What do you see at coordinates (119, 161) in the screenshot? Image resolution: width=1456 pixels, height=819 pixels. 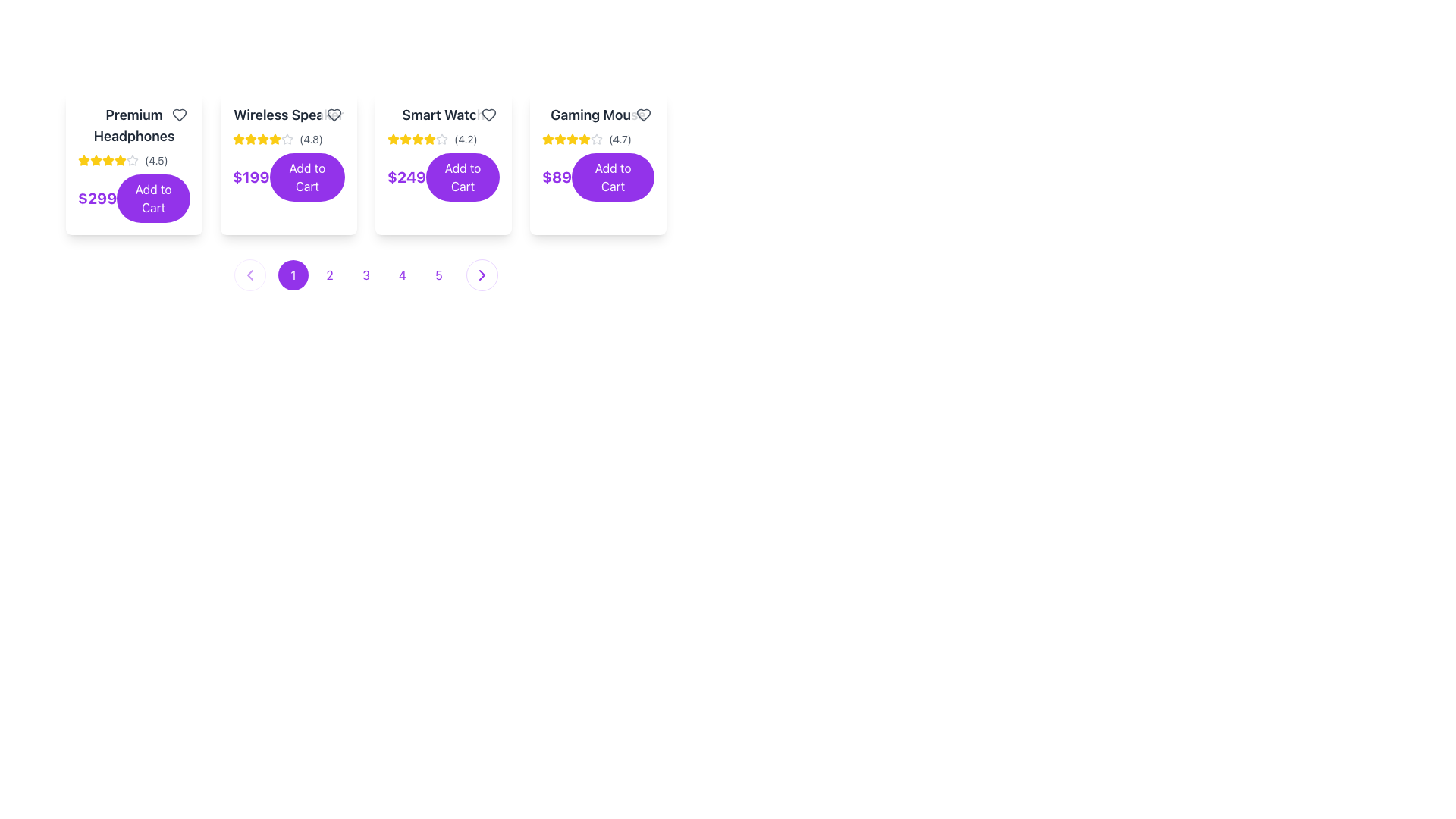 I see `the fifth star icon in the five-star rating system located beneath the title 'Premium Headphones' on the leftmost product card` at bounding box center [119, 161].